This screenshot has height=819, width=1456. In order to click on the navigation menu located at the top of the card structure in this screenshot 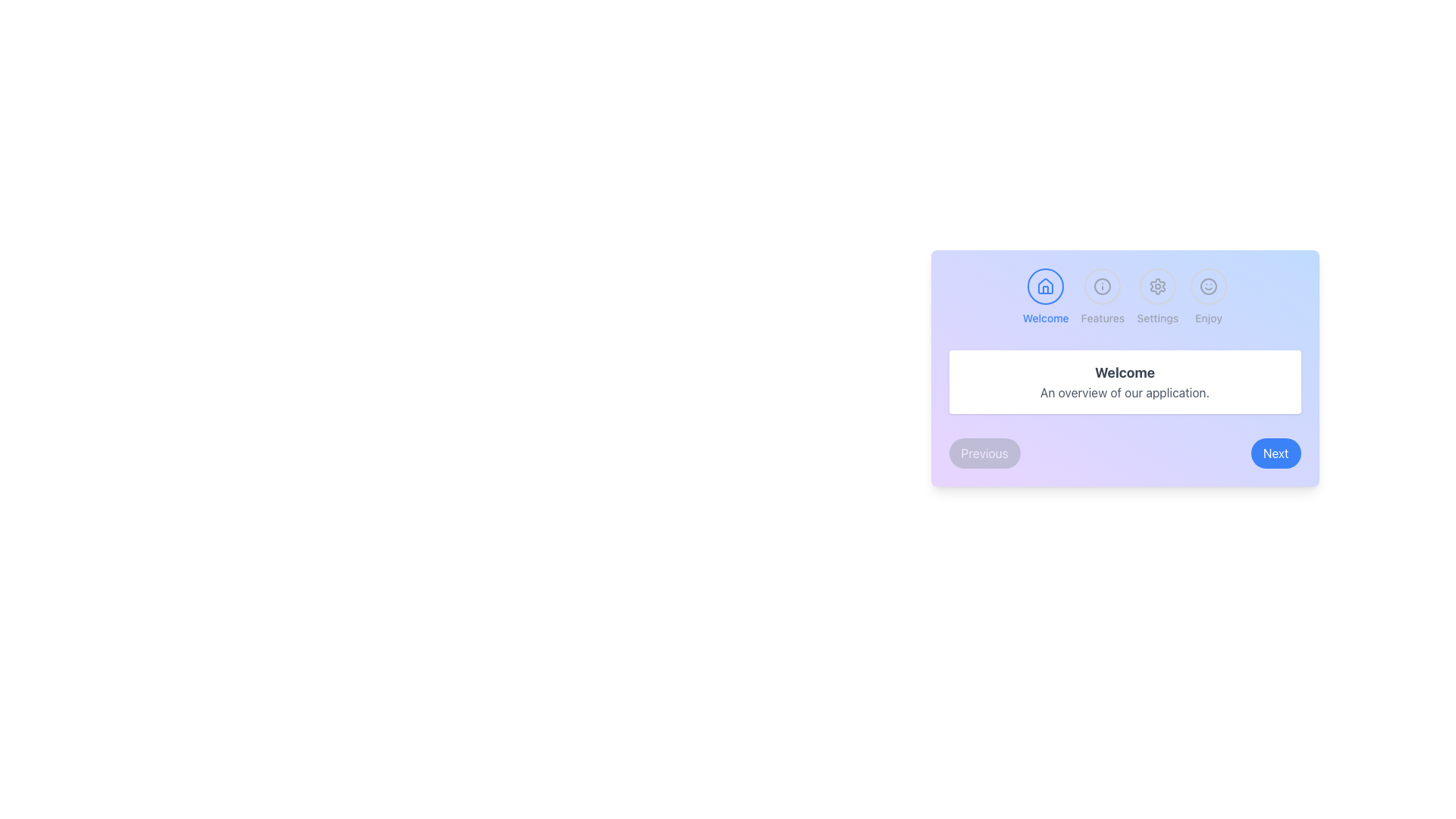, I will do `click(1125, 297)`.